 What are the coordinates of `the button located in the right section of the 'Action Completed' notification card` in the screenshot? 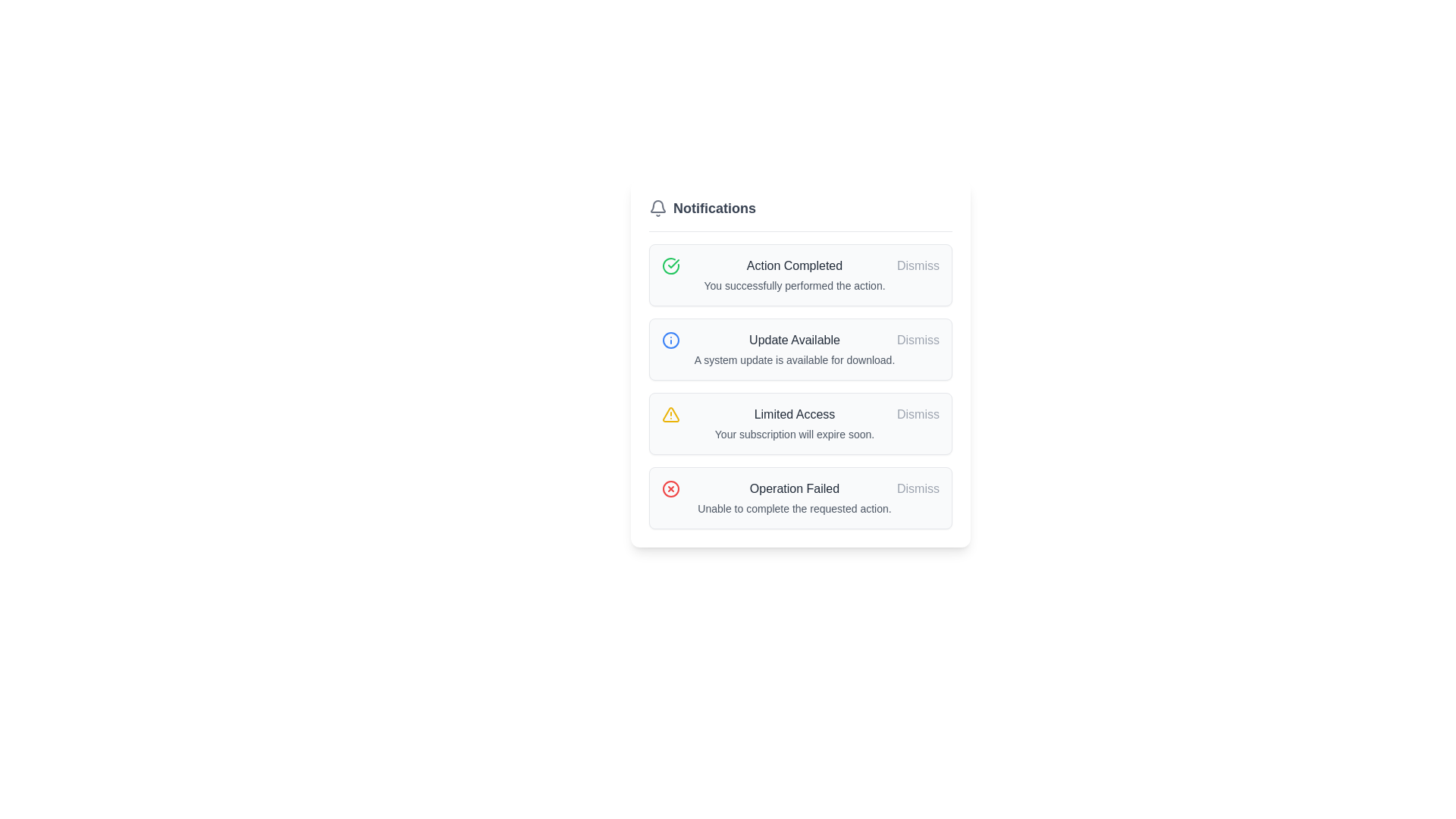 It's located at (917, 265).